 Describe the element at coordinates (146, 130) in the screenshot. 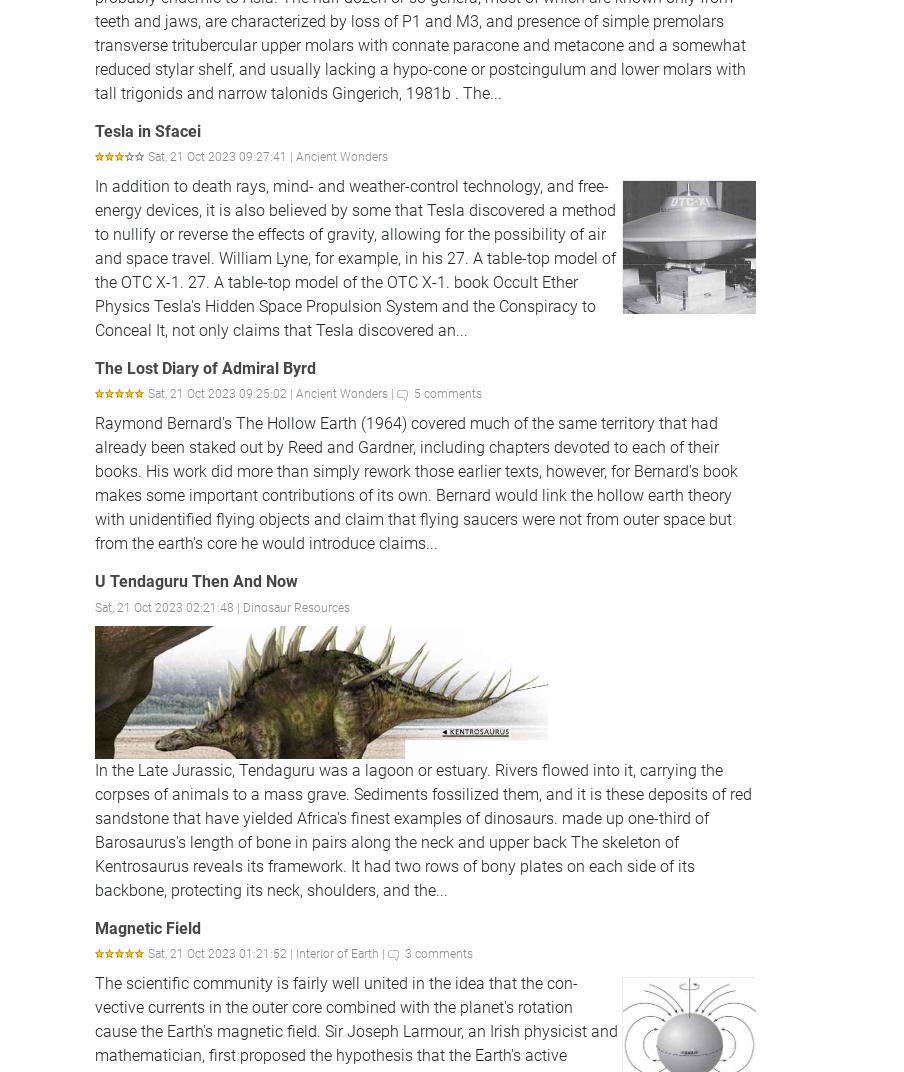

I see `'Tesla in Sfacei'` at that location.